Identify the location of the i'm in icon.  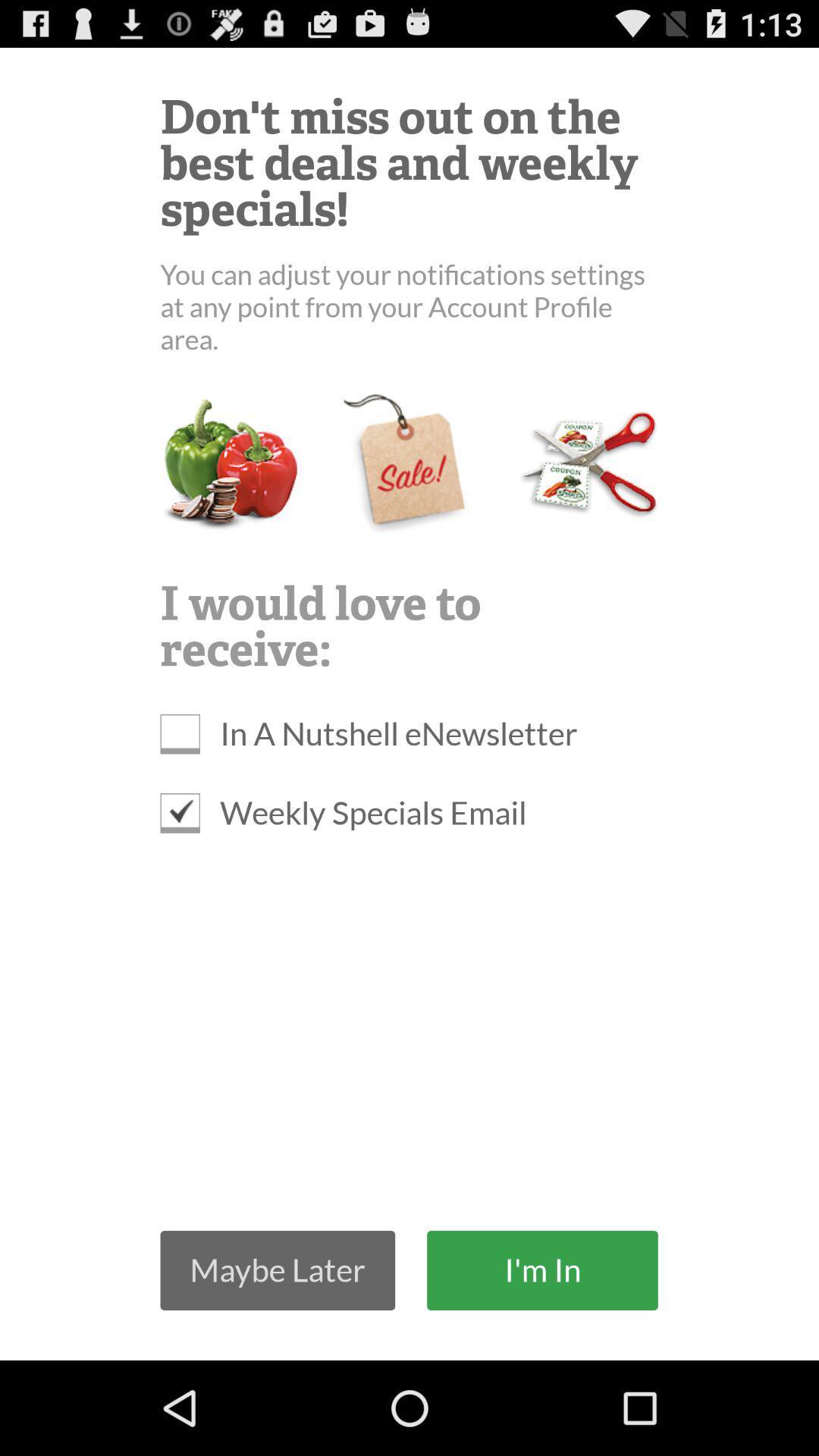
(541, 1270).